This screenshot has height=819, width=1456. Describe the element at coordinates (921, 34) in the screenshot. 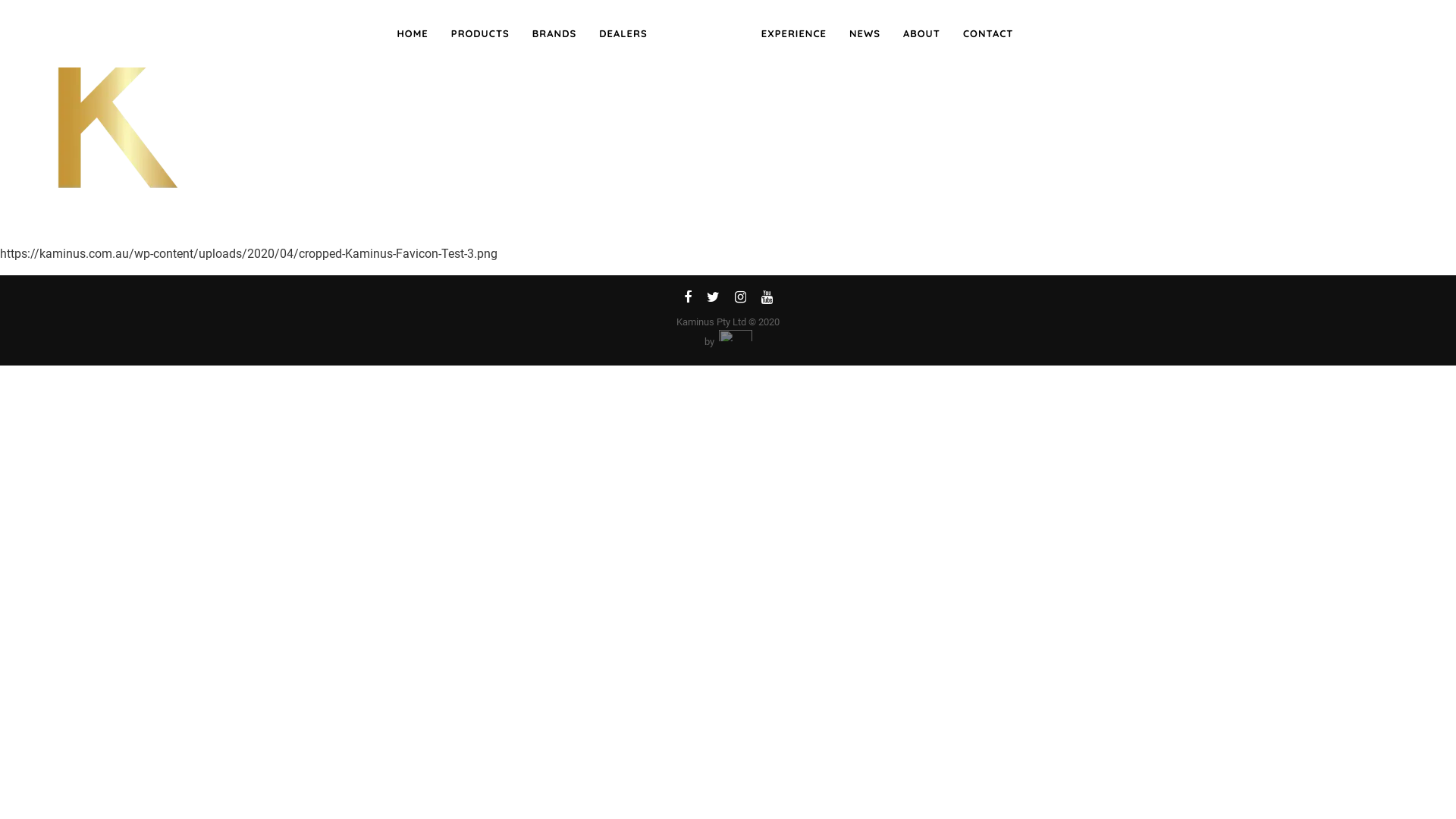

I see `'ABOUT'` at that location.